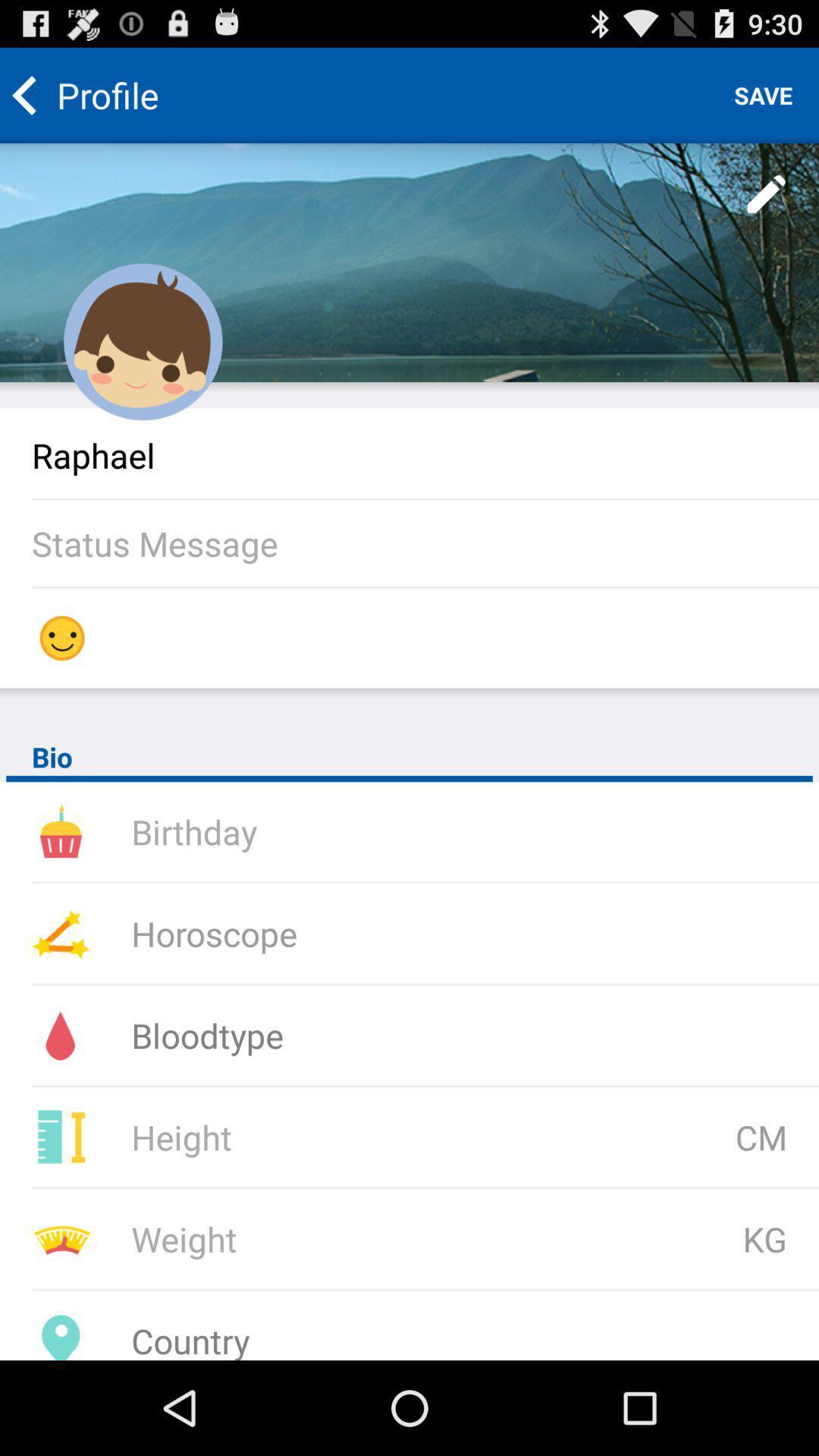  I want to click on height field, so click(329, 1137).